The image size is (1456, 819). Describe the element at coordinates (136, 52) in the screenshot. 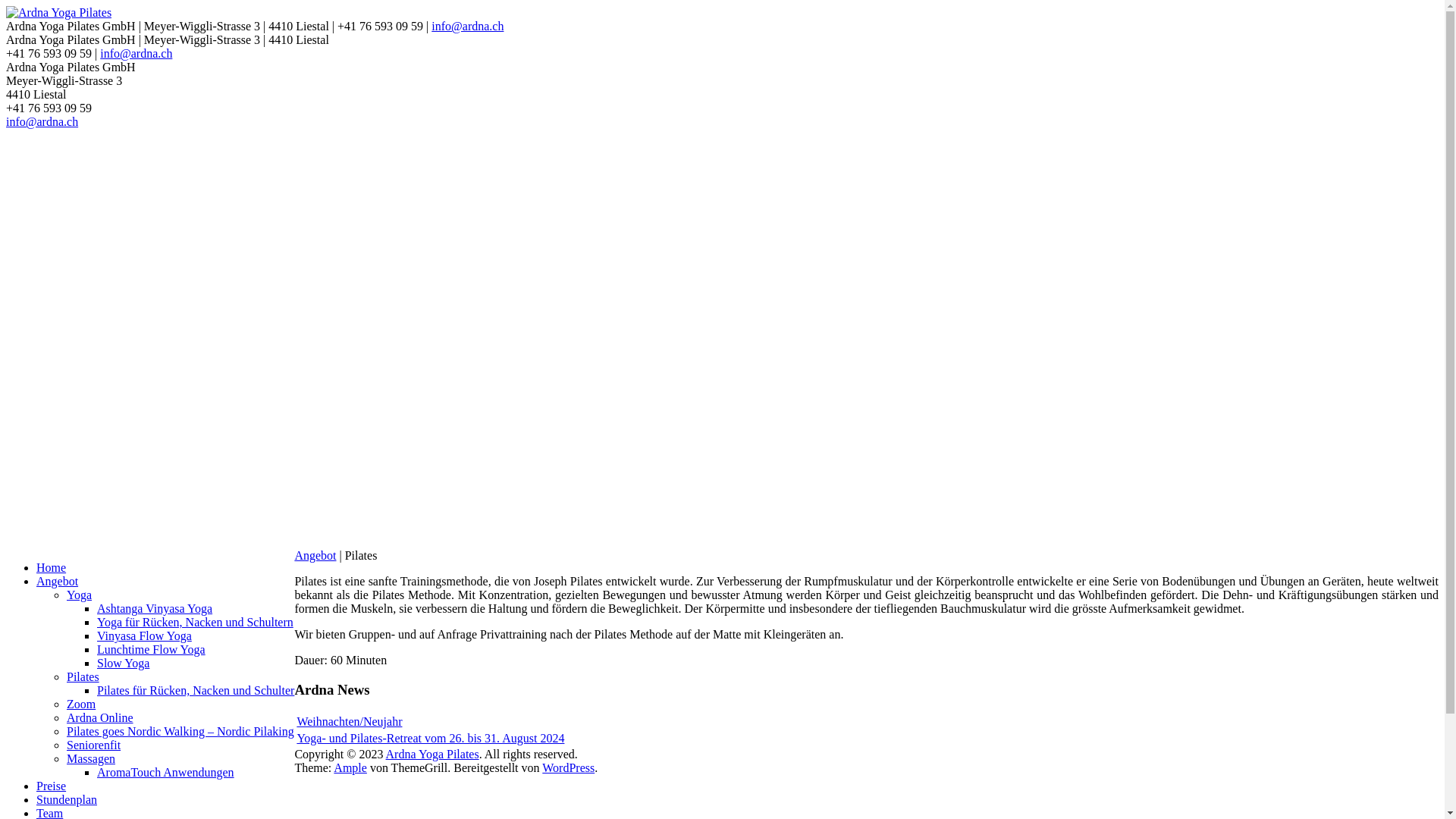

I see `'info@ardna.ch'` at that location.